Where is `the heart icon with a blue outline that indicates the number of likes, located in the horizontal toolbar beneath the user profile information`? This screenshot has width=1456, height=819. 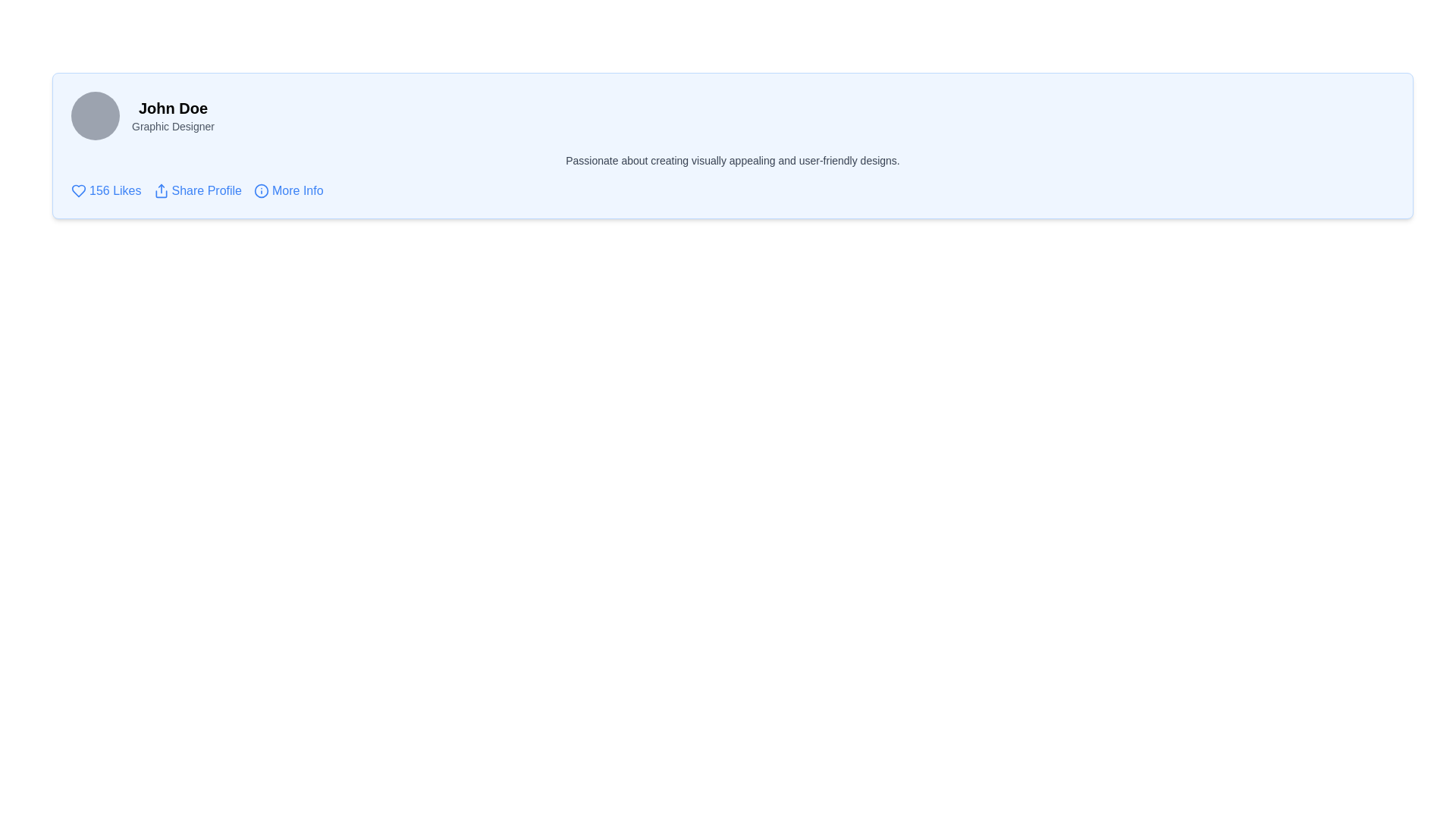 the heart icon with a blue outline that indicates the number of likes, located in the horizontal toolbar beneath the user profile information is located at coordinates (78, 189).